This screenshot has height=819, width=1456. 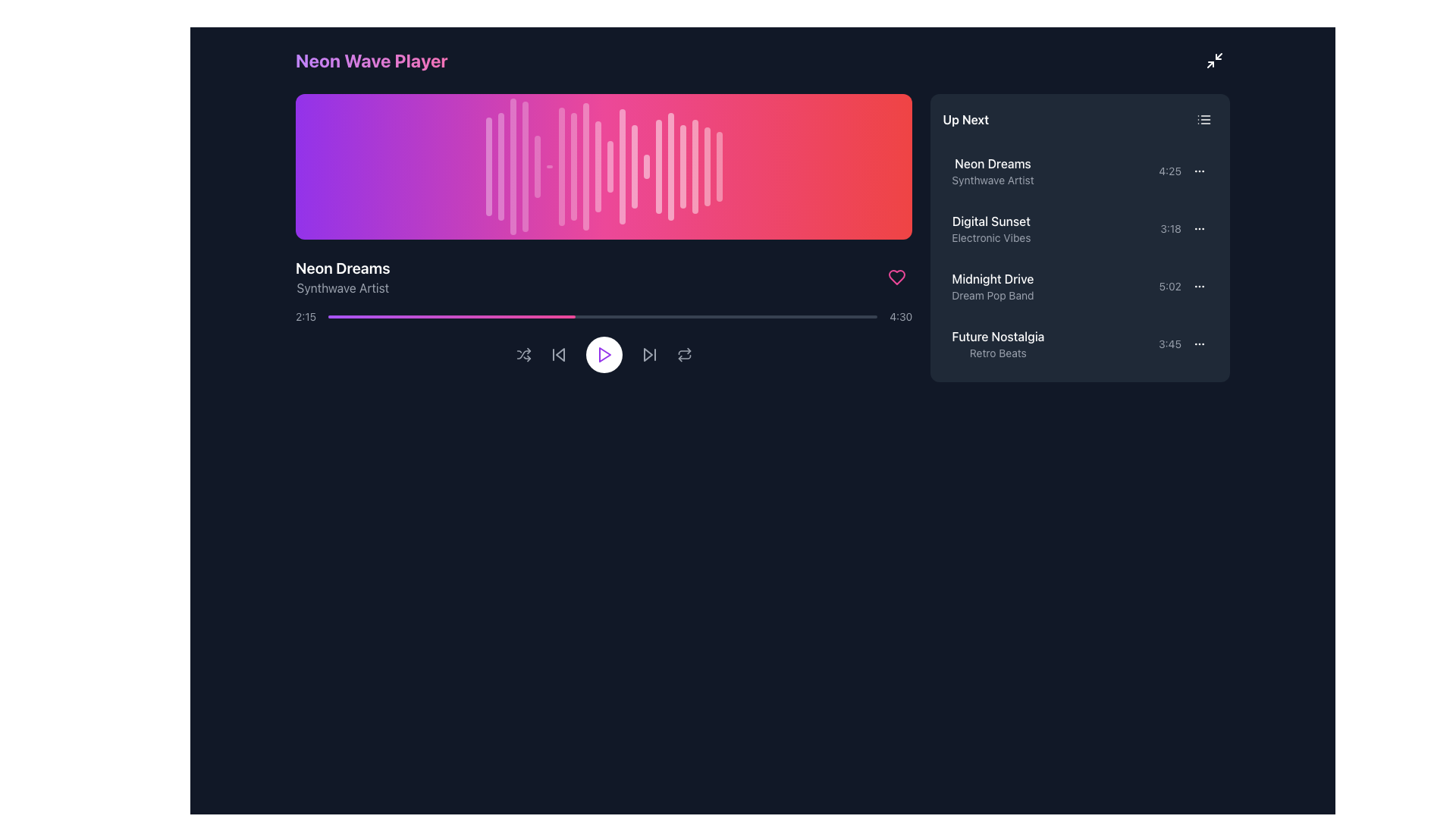 I want to click on the song duration displayed in the gray text label '5:02' located to the right of the 'Midnight Drive' song title in the 'Up Next' list, so click(x=1169, y=287).